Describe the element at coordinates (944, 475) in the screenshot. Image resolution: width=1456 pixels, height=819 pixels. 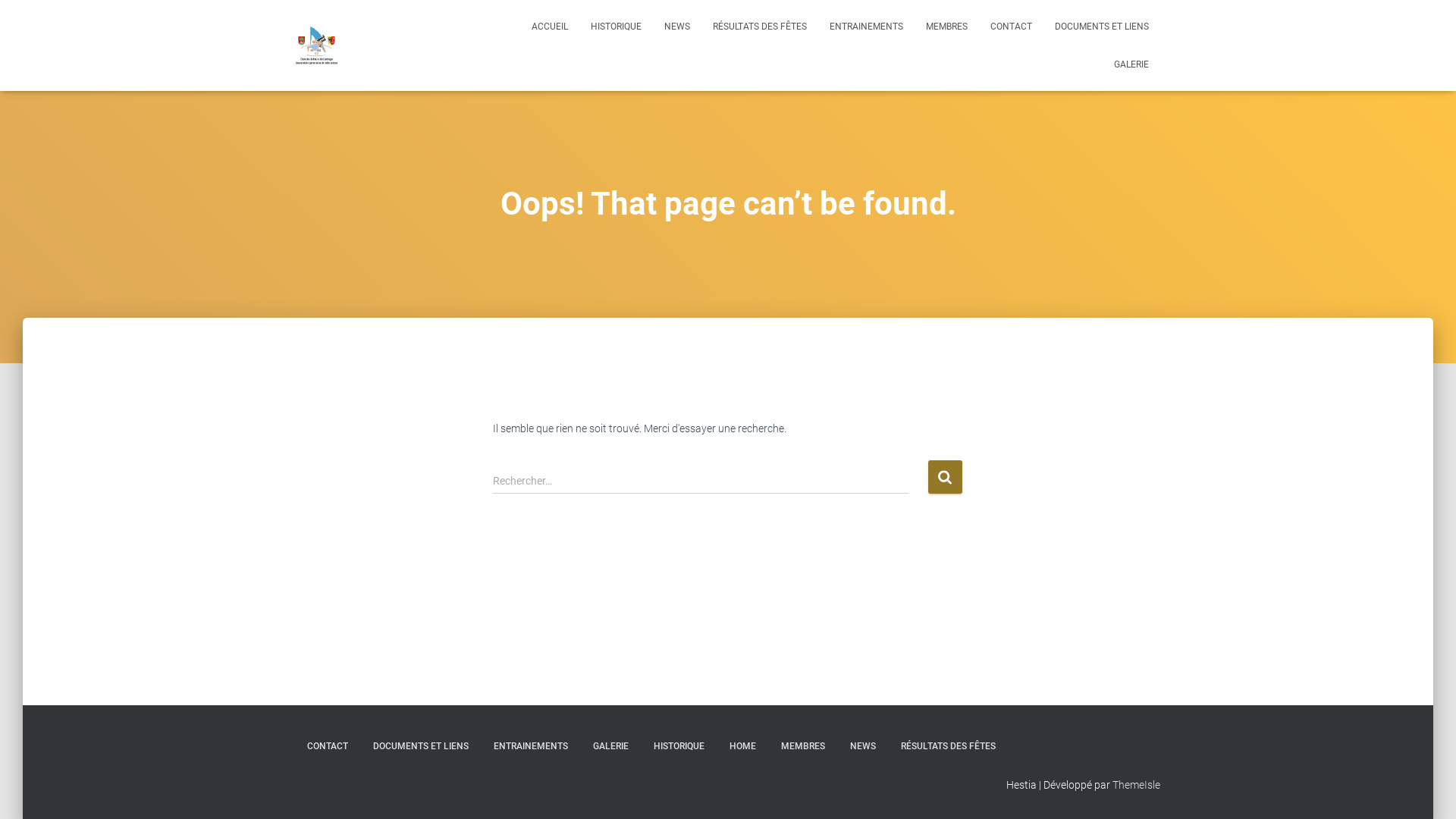
I see `'Rechercher'` at that location.